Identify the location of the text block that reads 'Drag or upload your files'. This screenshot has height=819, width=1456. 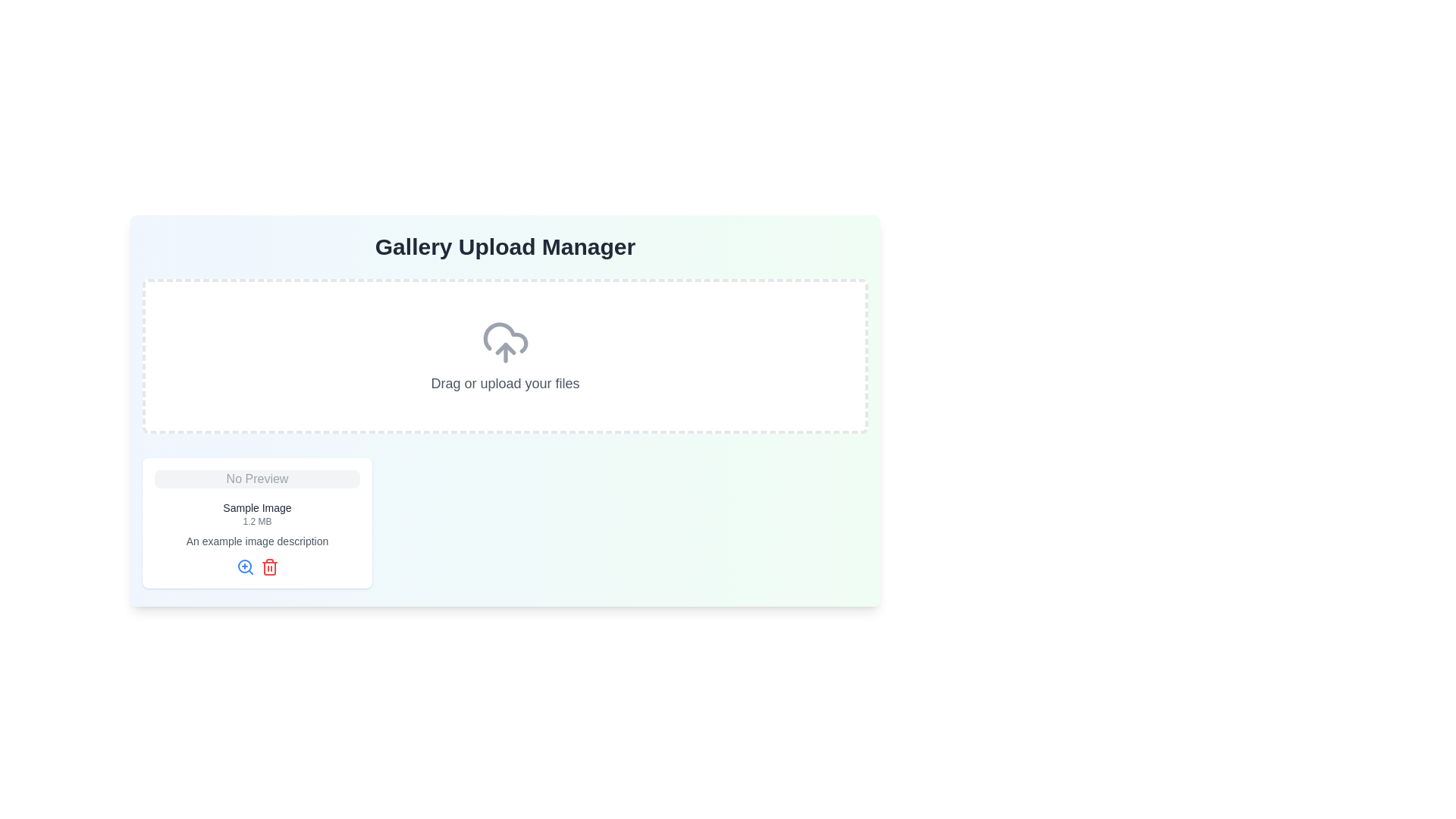
(505, 382).